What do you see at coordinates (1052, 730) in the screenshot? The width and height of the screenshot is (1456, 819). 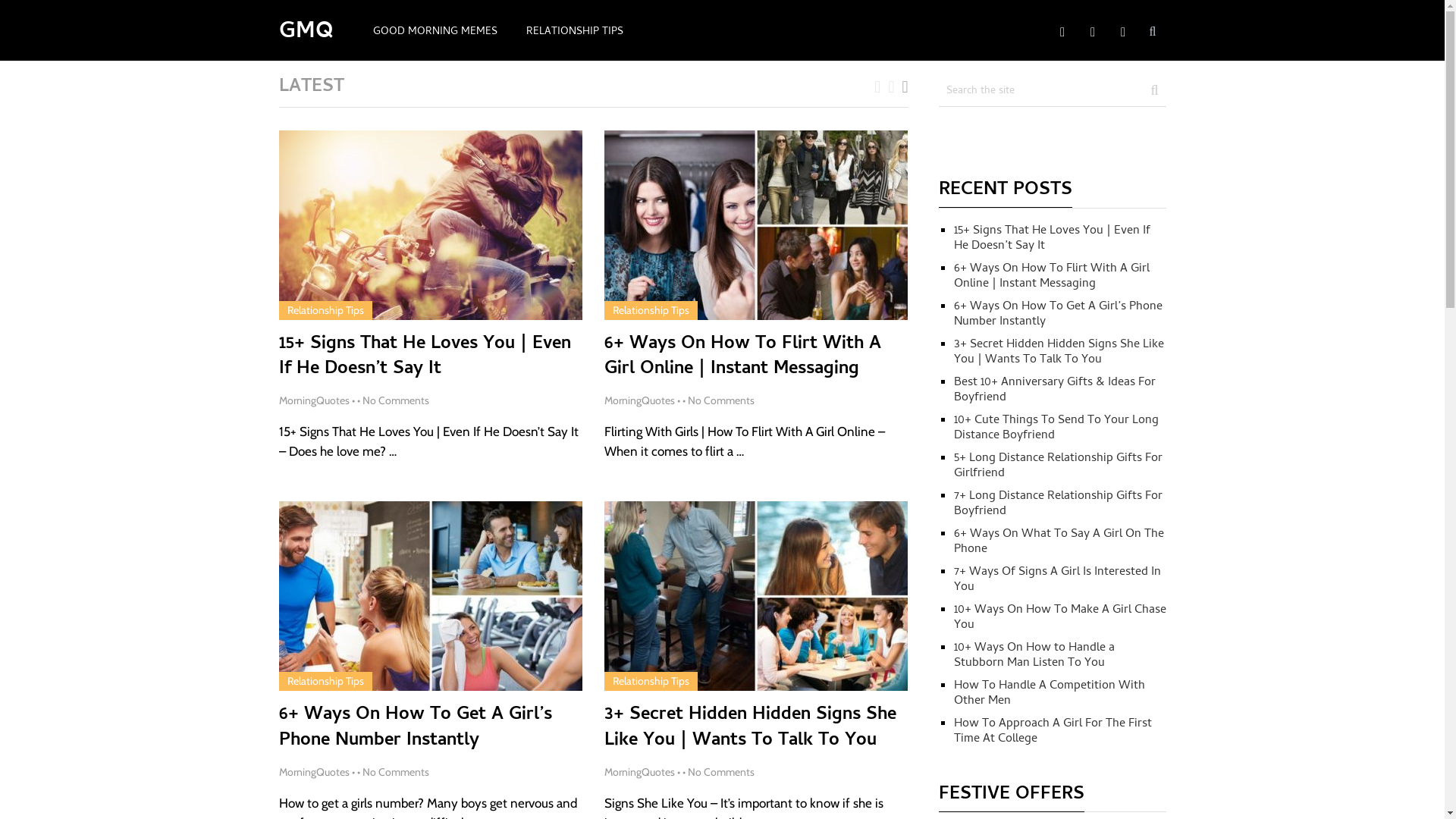 I see `'How To Approach A Girl For The First Time At College'` at bounding box center [1052, 730].